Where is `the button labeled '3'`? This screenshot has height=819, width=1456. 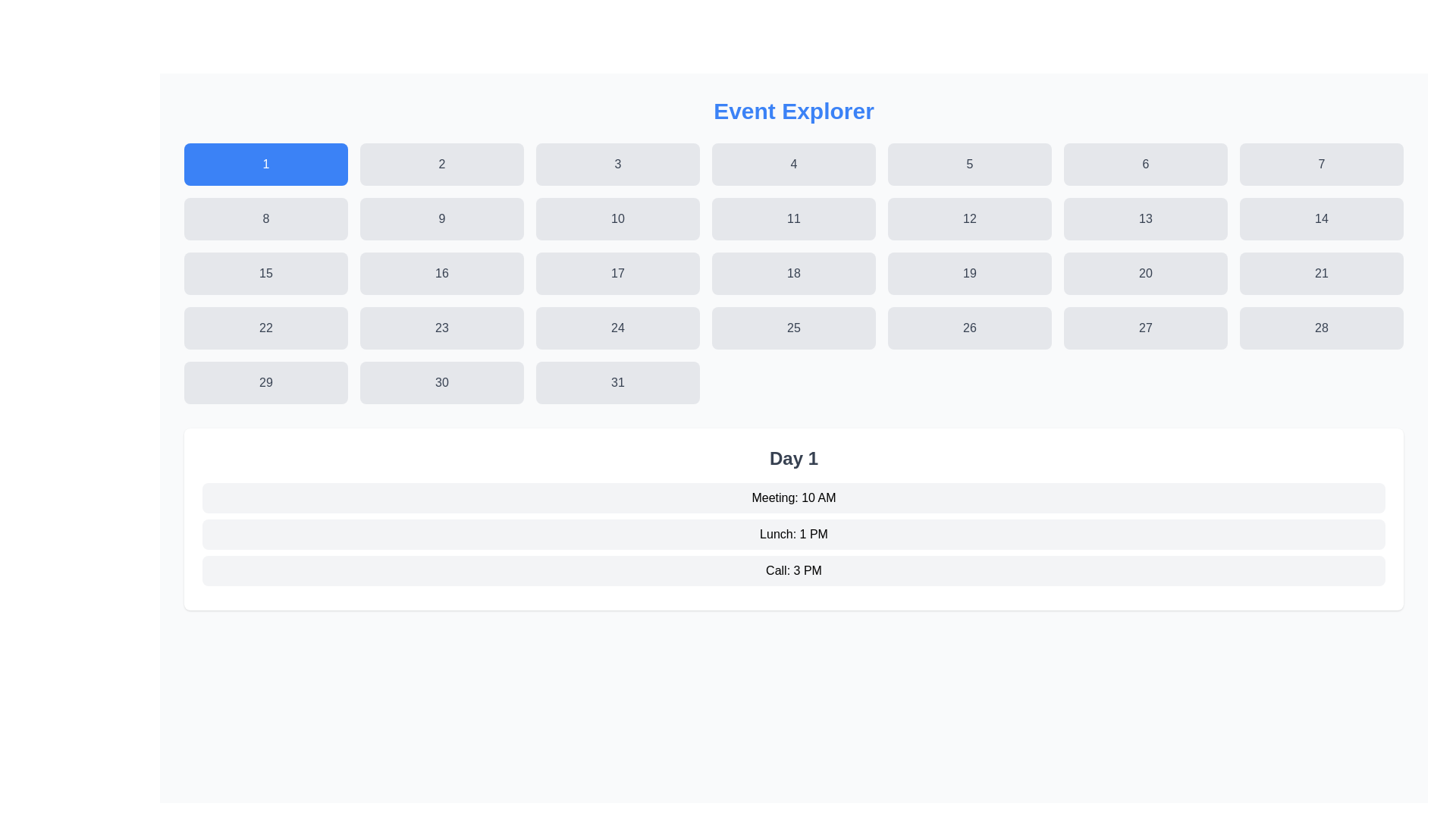 the button labeled '3' is located at coordinates (618, 164).